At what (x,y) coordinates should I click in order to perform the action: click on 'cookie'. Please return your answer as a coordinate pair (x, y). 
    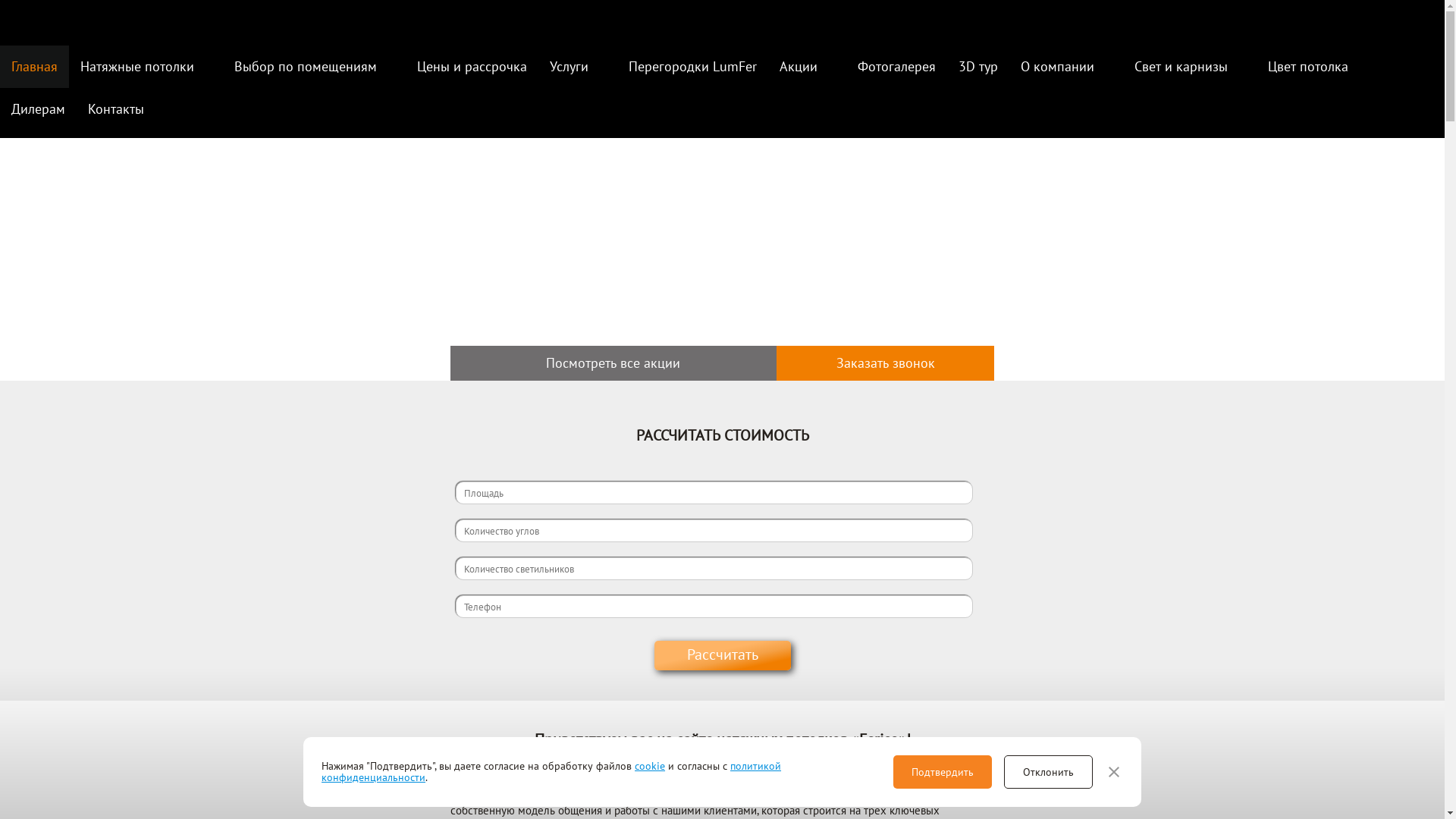
    Looking at the image, I should click on (650, 766).